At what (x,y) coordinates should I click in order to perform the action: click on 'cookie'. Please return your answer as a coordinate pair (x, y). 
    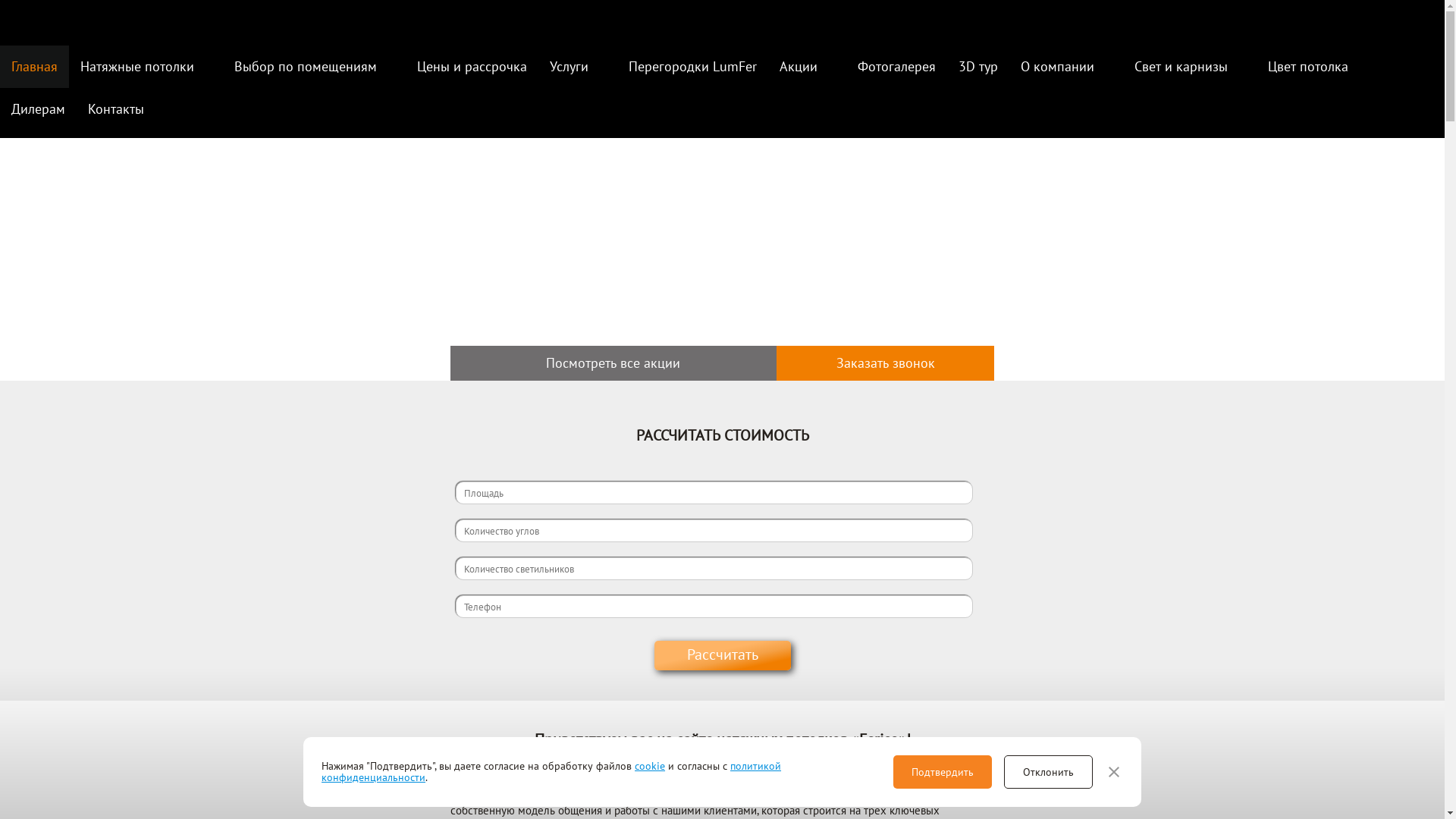
    Looking at the image, I should click on (650, 766).